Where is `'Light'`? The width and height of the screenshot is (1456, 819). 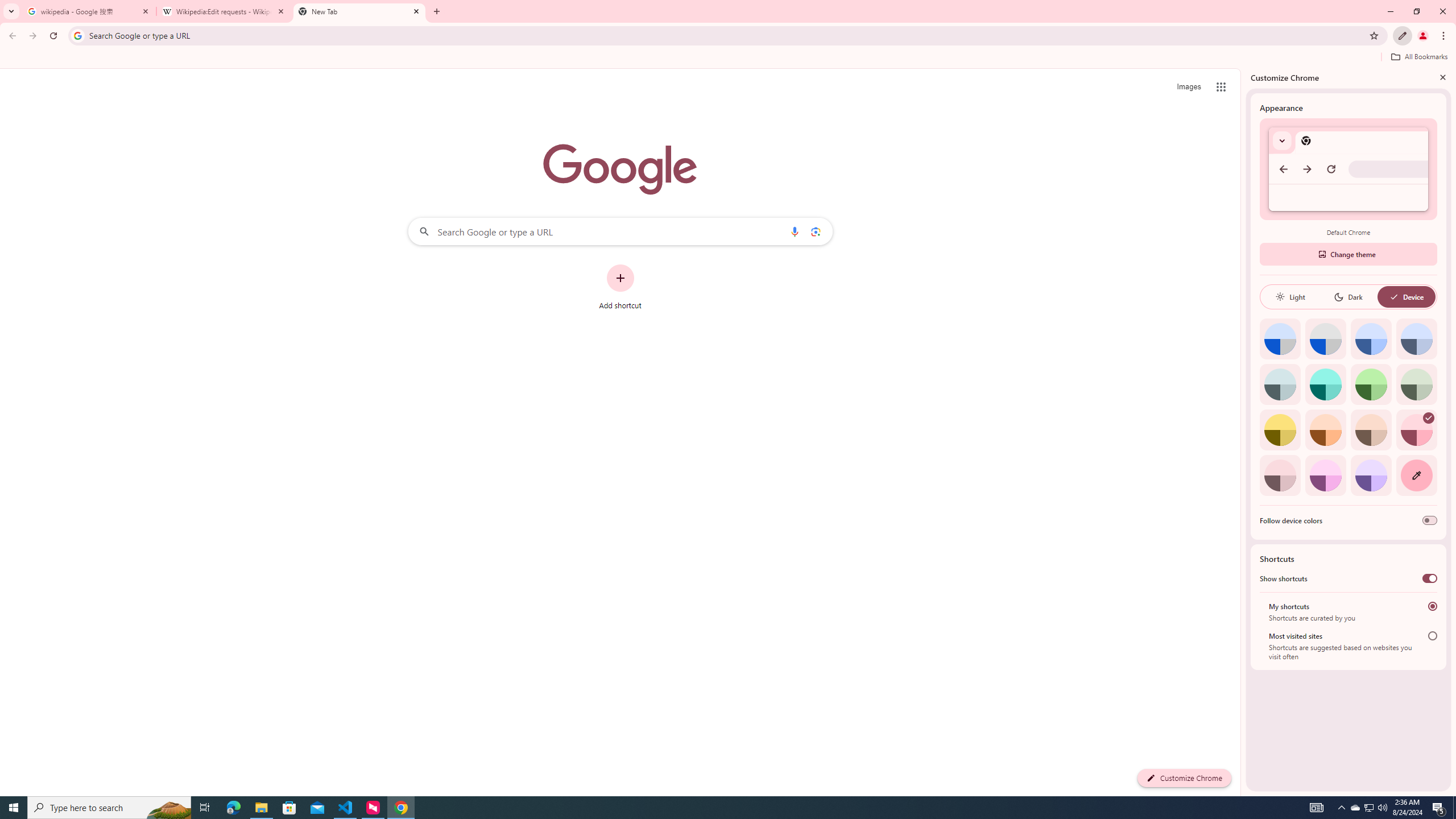 'Light' is located at coordinates (1289, 296).